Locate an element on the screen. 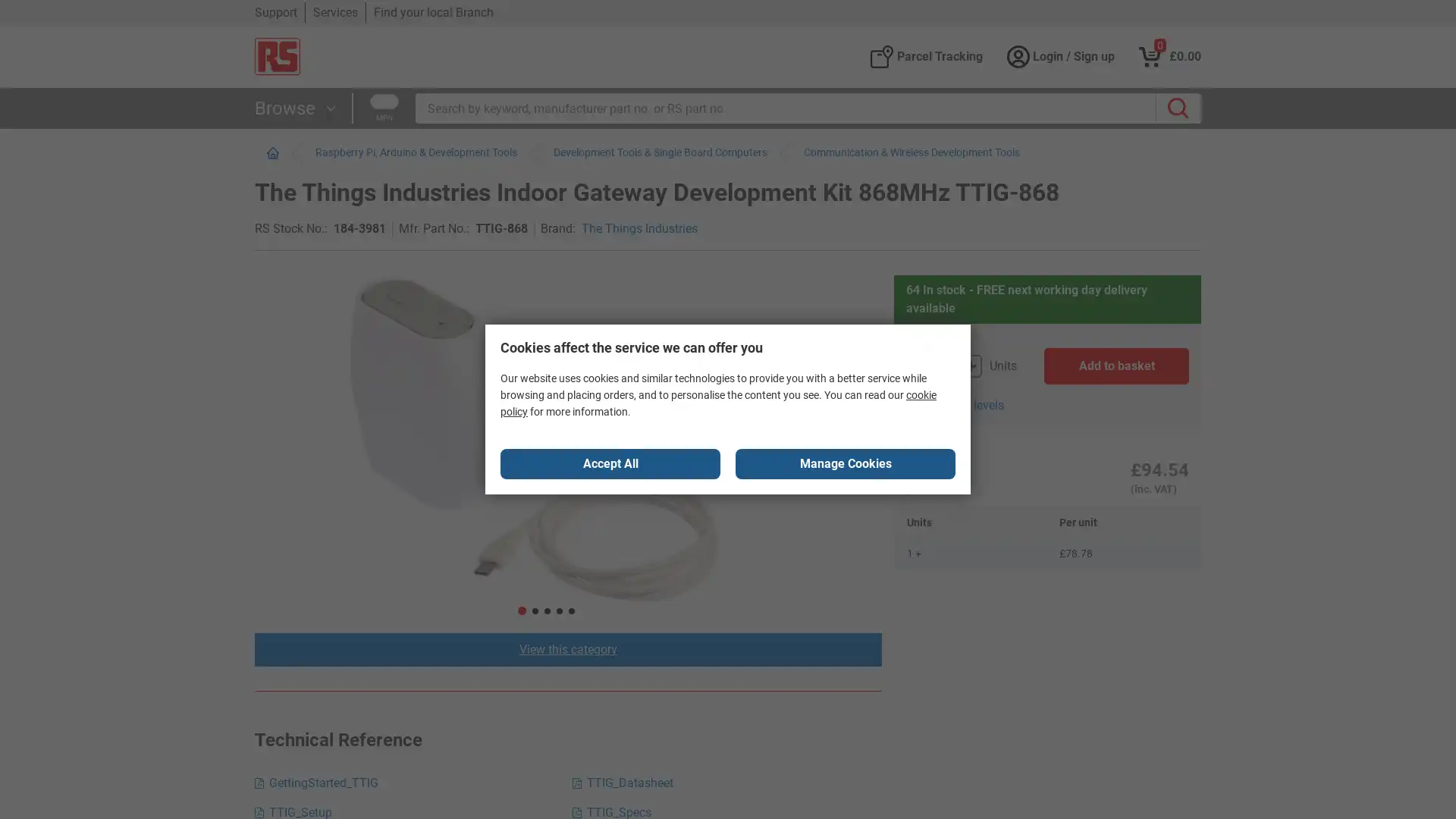 The image size is (1456, 819). Gallery asset 2 of 5 is located at coordinates (297, 403).